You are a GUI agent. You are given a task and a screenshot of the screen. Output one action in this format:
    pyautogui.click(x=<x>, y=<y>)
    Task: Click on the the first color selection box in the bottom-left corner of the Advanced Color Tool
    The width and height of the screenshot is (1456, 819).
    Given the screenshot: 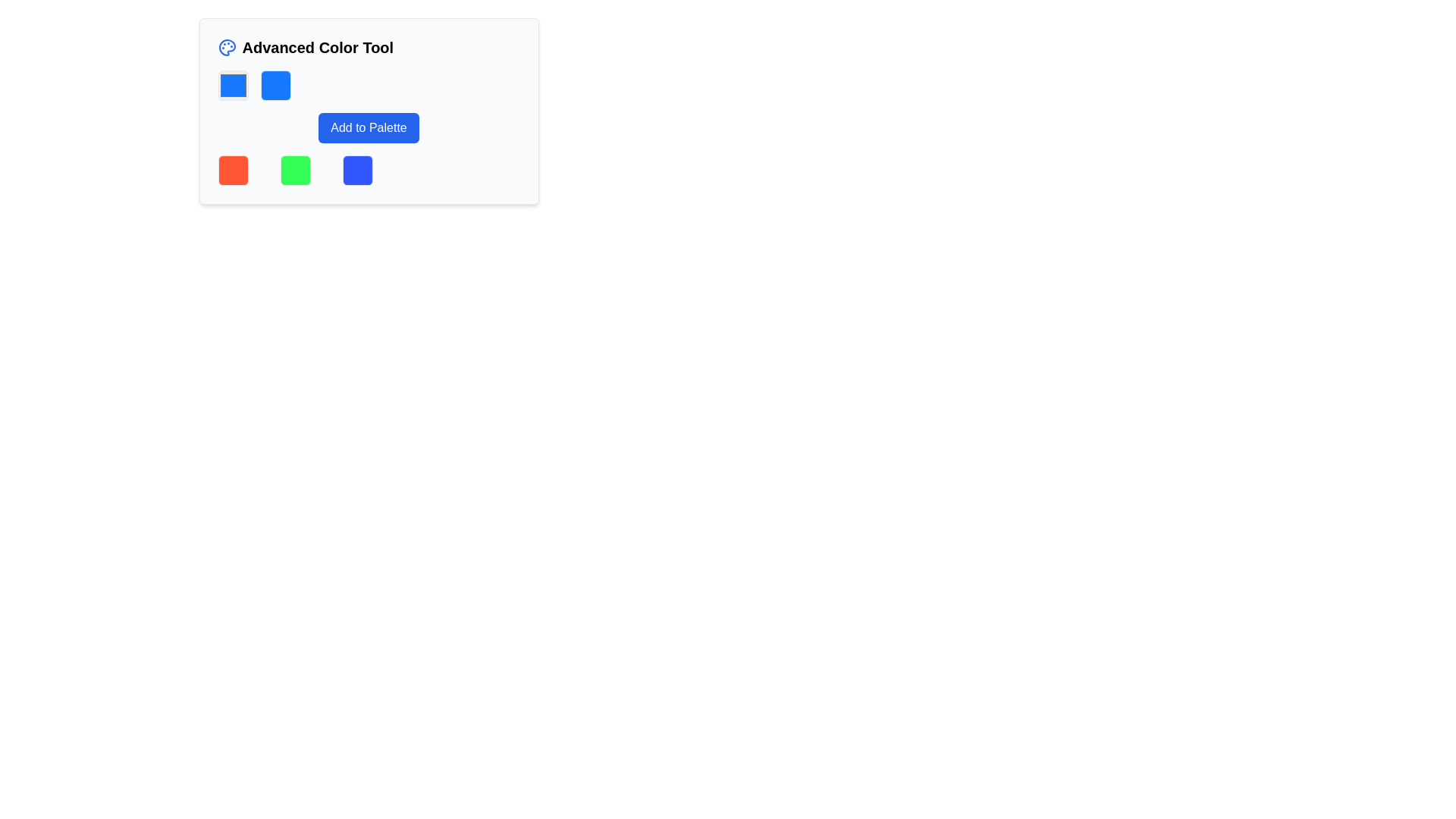 What is the action you would take?
    pyautogui.click(x=232, y=170)
    